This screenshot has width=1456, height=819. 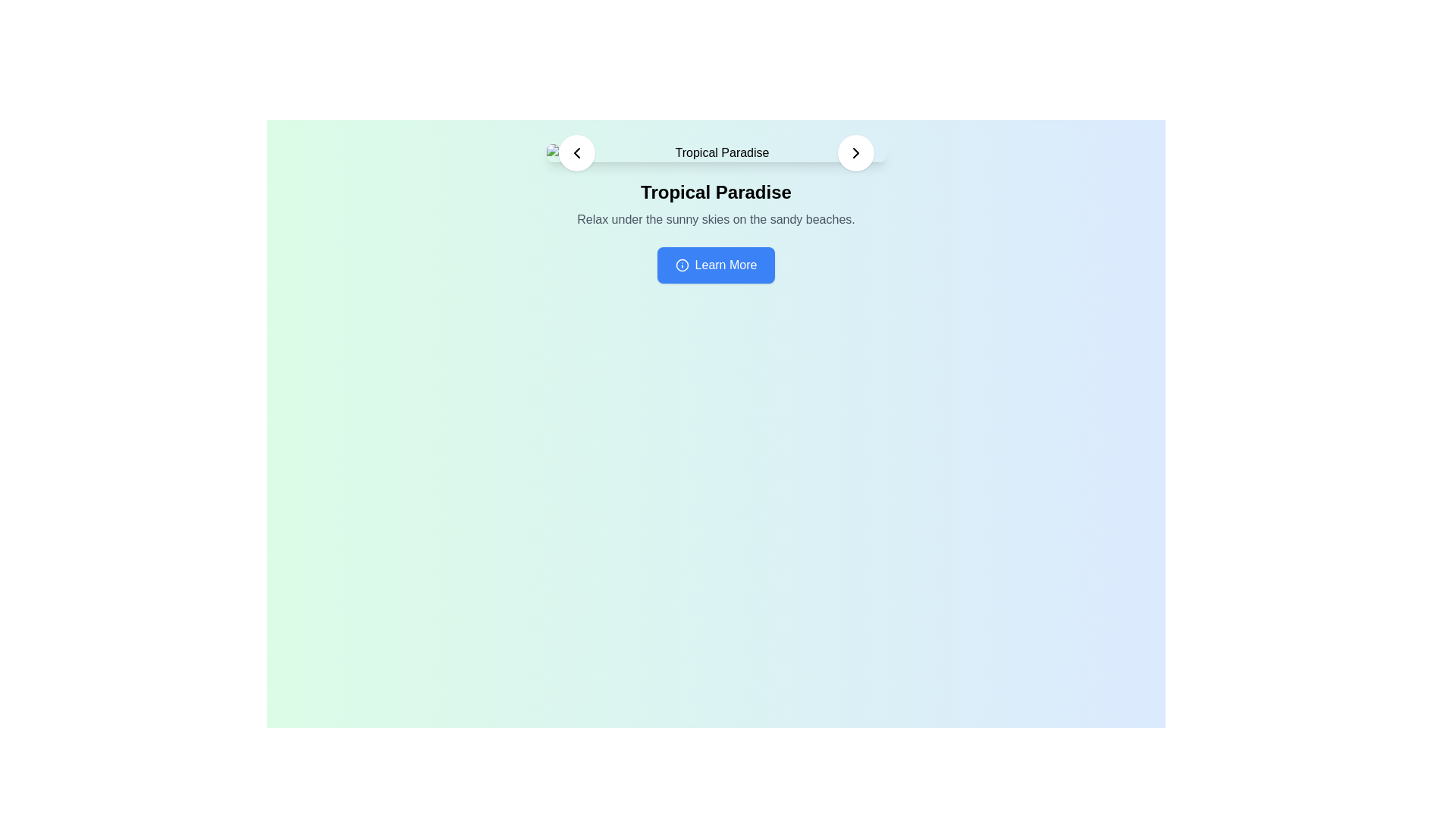 What do you see at coordinates (715, 205) in the screenshot?
I see `text content of the text block displaying the heading 'Tropical Paradise' and the subheading 'Relax under the sunny skies on the sandy beaches.'` at bounding box center [715, 205].